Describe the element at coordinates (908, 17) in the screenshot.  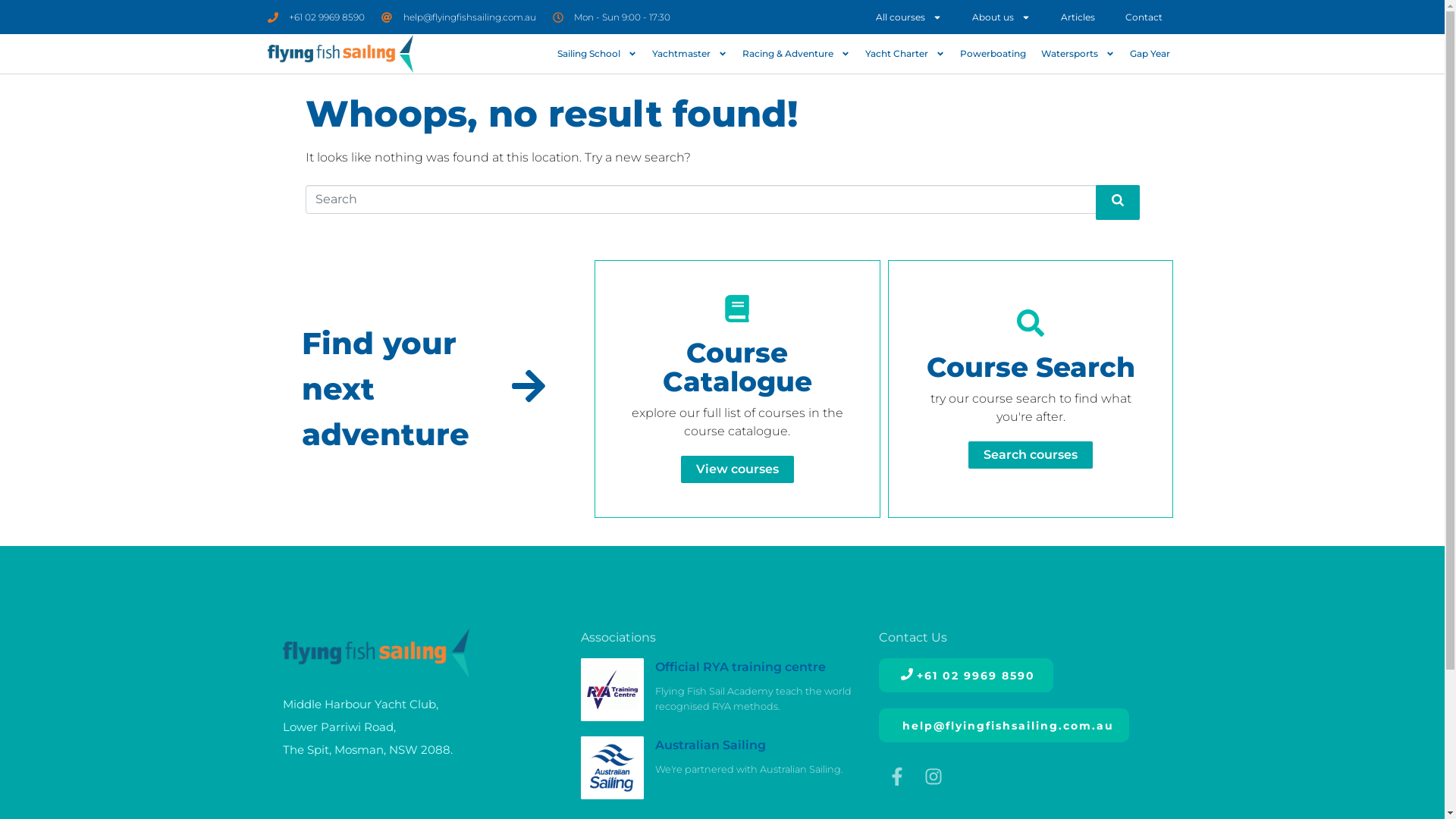
I see `'All courses'` at that location.